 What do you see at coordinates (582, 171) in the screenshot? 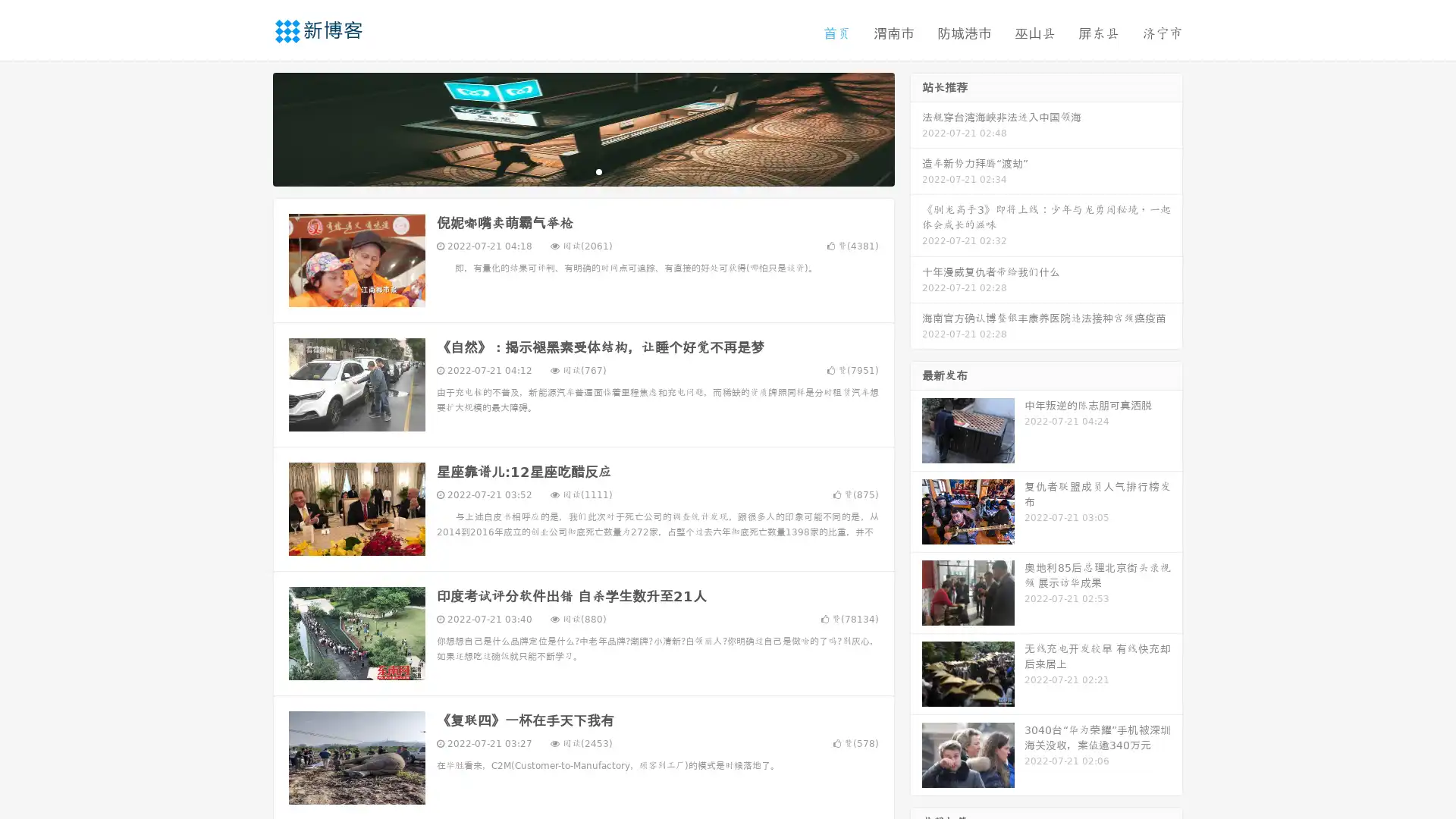
I see `Go to slide 2` at bounding box center [582, 171].